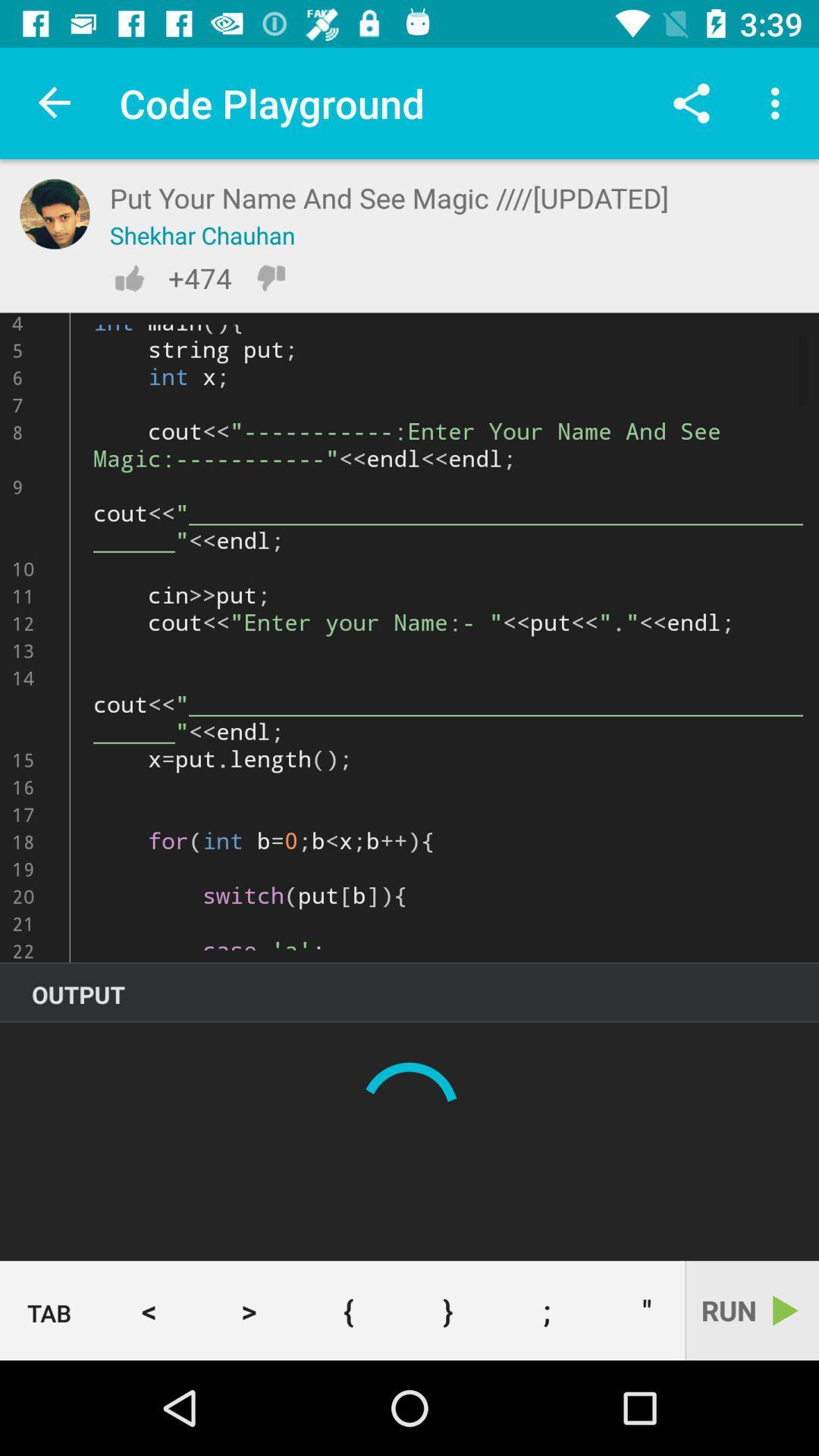 This screenshot has width=819, height=1456. What do you see at coordinates (128, 278) in the screenshot?
I see `the thumbs_up icon` at bounding box center [128, 278].